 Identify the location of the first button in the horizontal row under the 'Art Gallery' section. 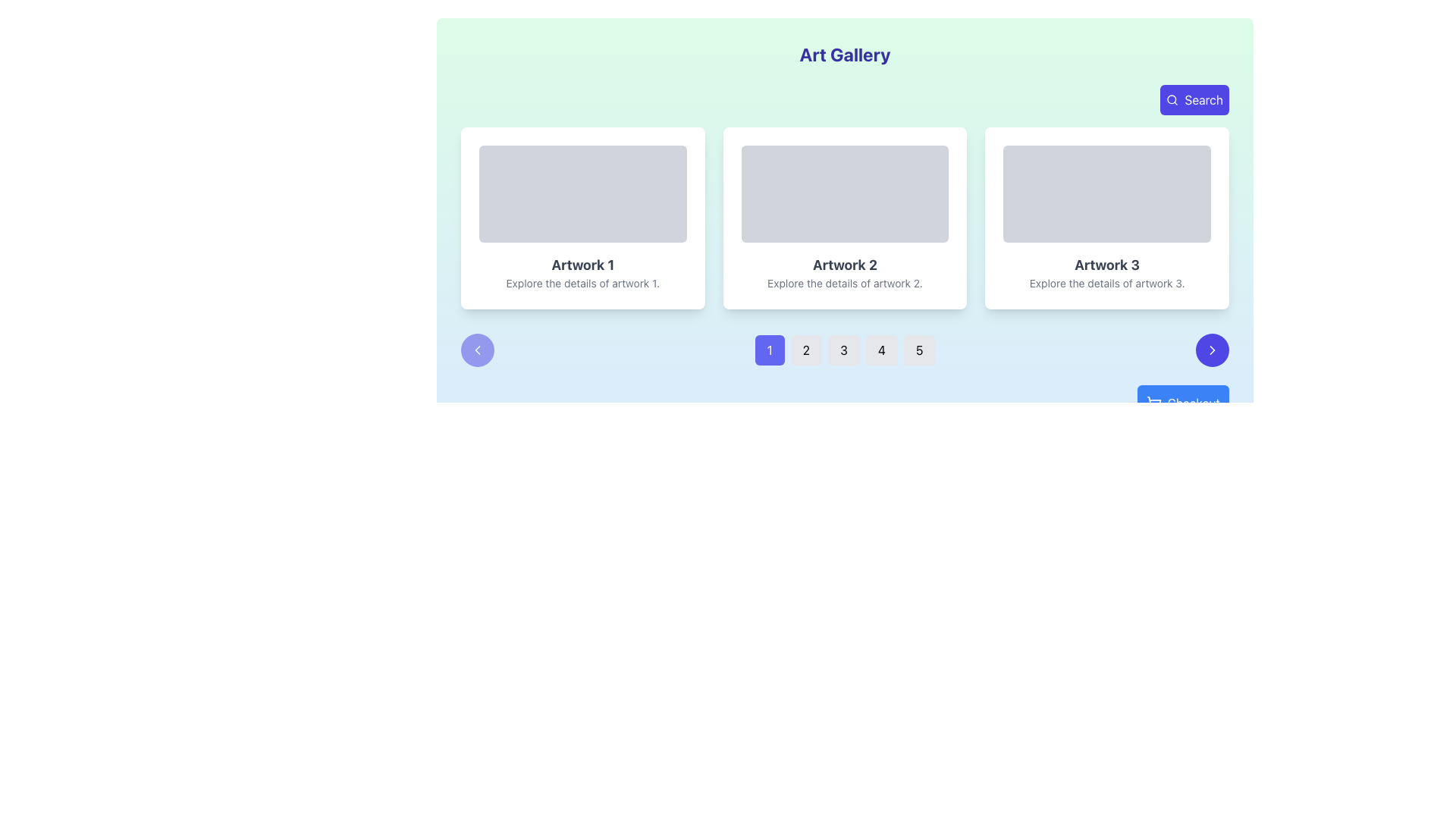
(770, 350).